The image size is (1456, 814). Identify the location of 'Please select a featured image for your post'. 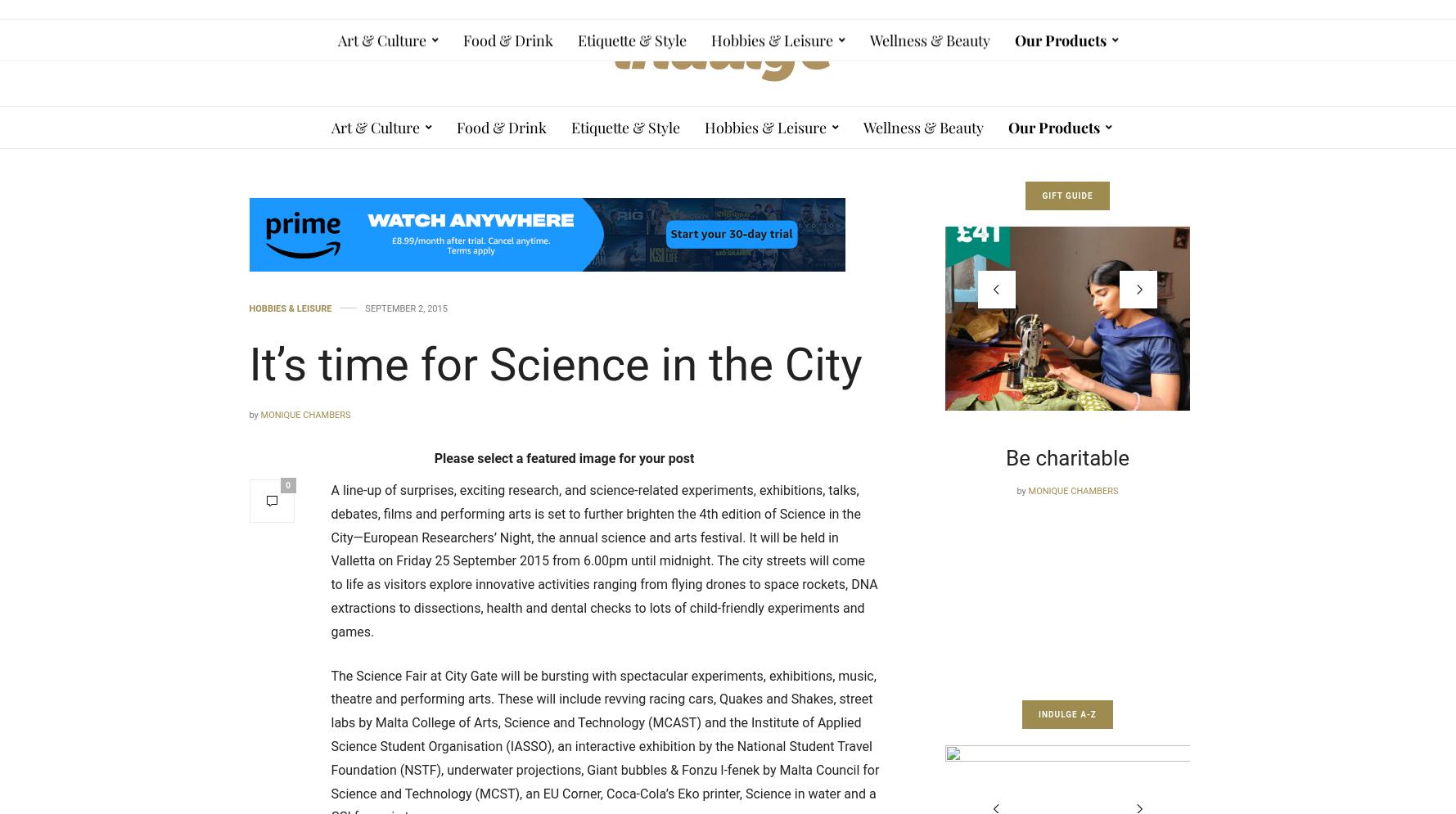
(564, 457).